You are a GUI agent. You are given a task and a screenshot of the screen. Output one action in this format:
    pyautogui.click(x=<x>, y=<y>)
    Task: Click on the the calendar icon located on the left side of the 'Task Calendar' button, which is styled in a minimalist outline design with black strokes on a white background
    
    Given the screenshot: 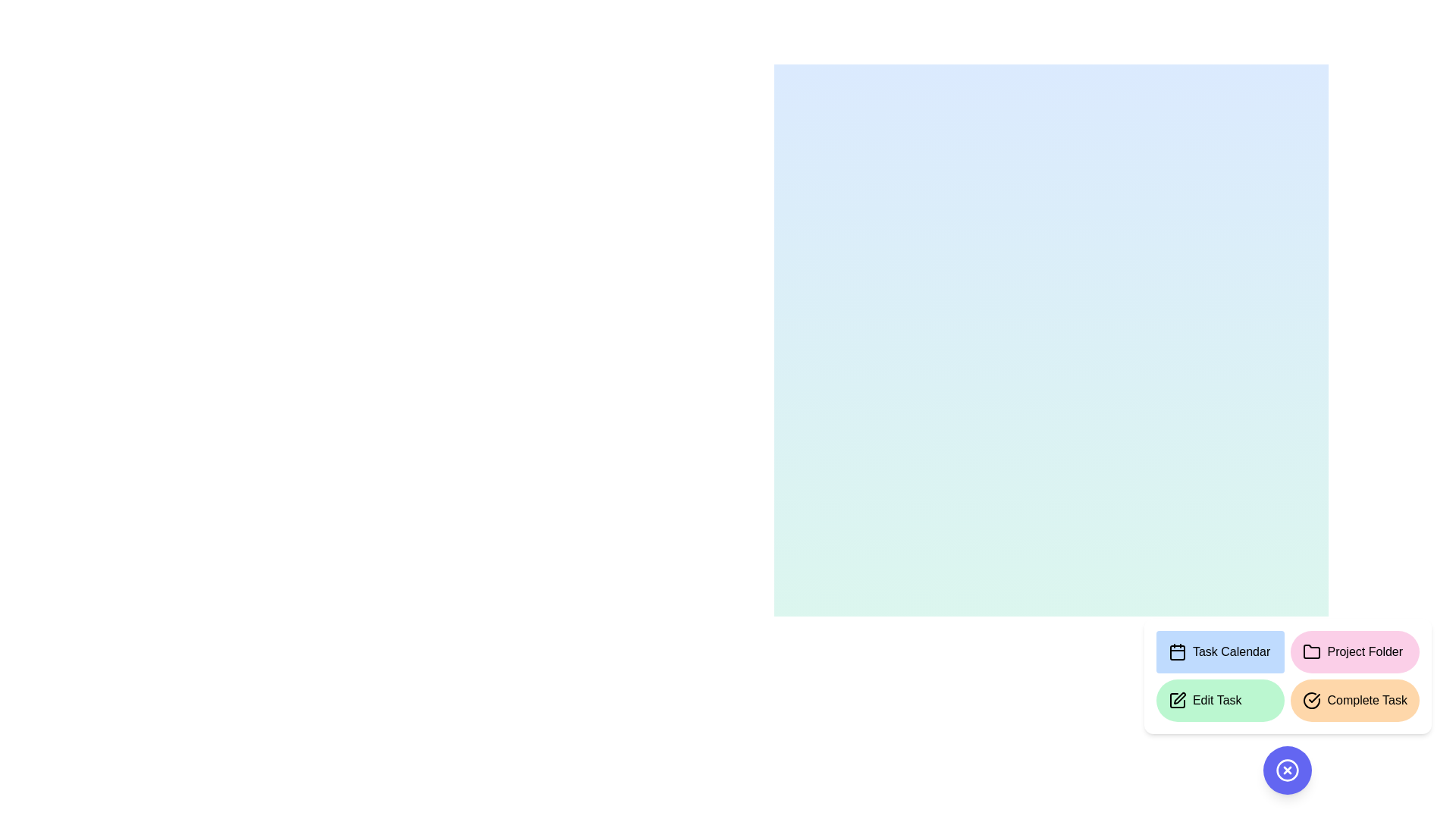 What is the action you would take?
    pyautogui.click(x=1176, y=651)
    